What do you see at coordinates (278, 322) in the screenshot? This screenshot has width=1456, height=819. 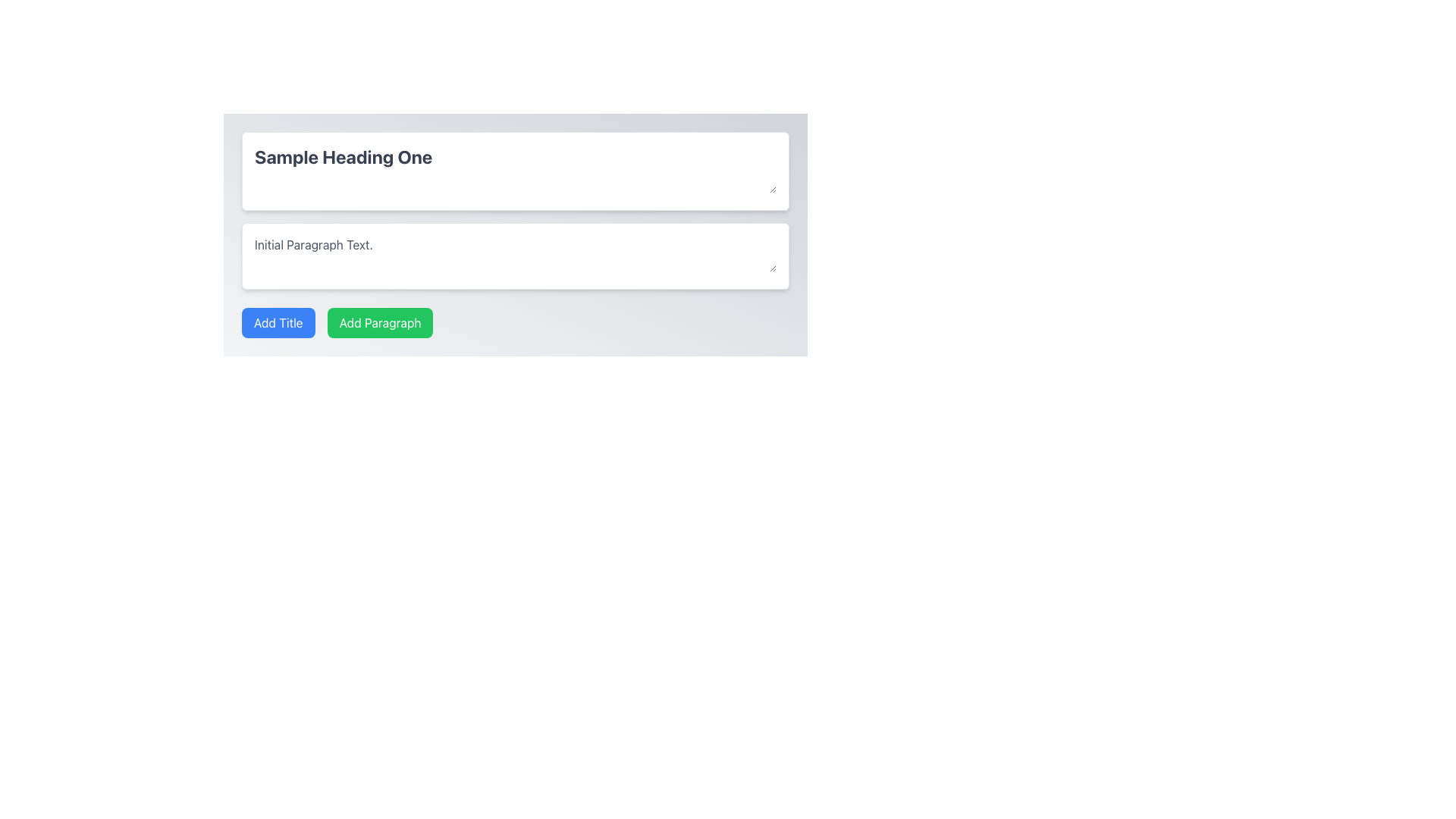 I see `the blue 'Add Title' button with white text` at bounding box center [278, 322].